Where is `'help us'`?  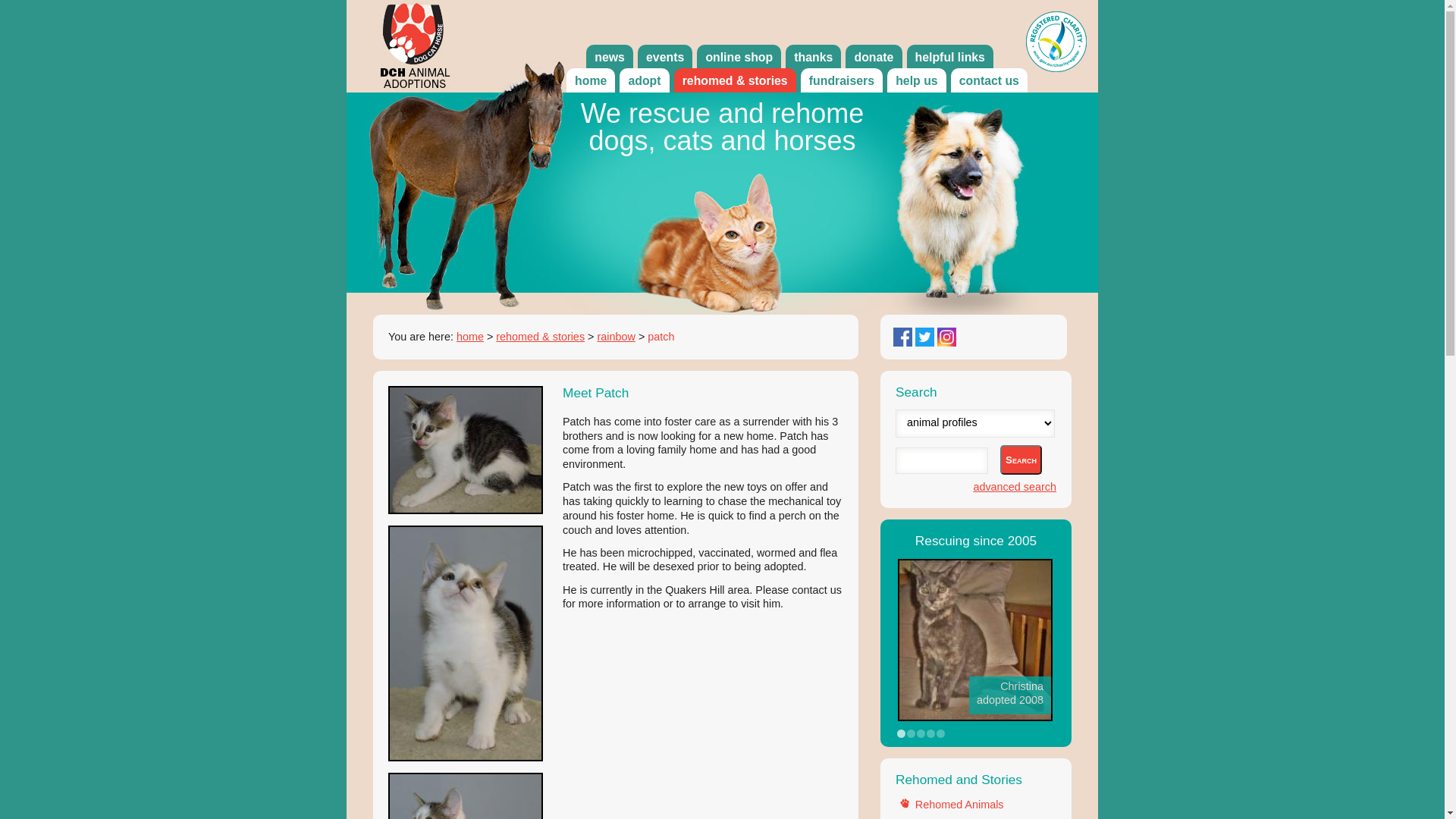 'help us' is located at coordinates (916, 81).